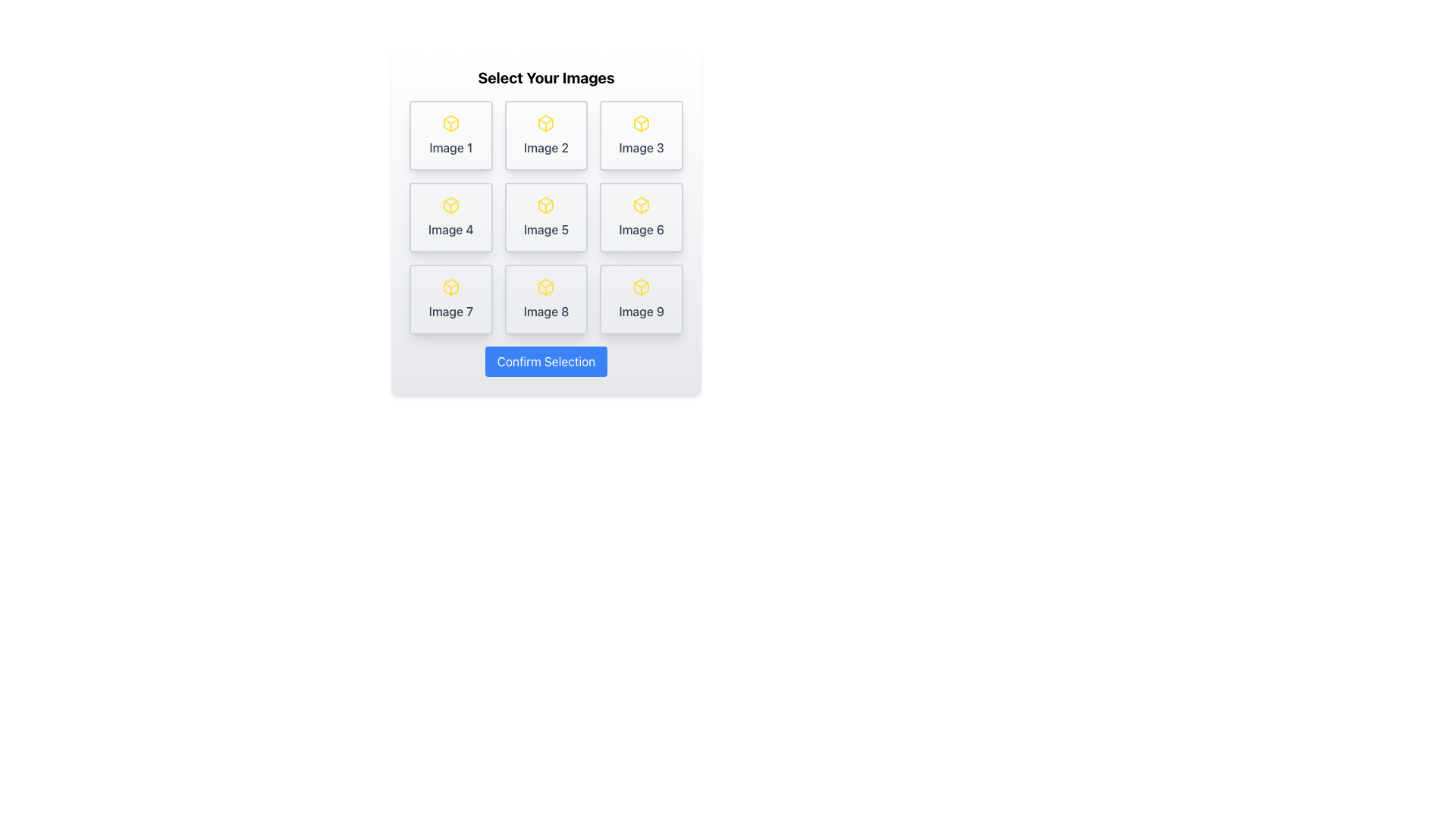 The image size is (1456, 819). I want to click on text label located in the second row and second column of a 3x3 grid, positioned below an icon element and within a box with a rounded border, so click(546, 230).